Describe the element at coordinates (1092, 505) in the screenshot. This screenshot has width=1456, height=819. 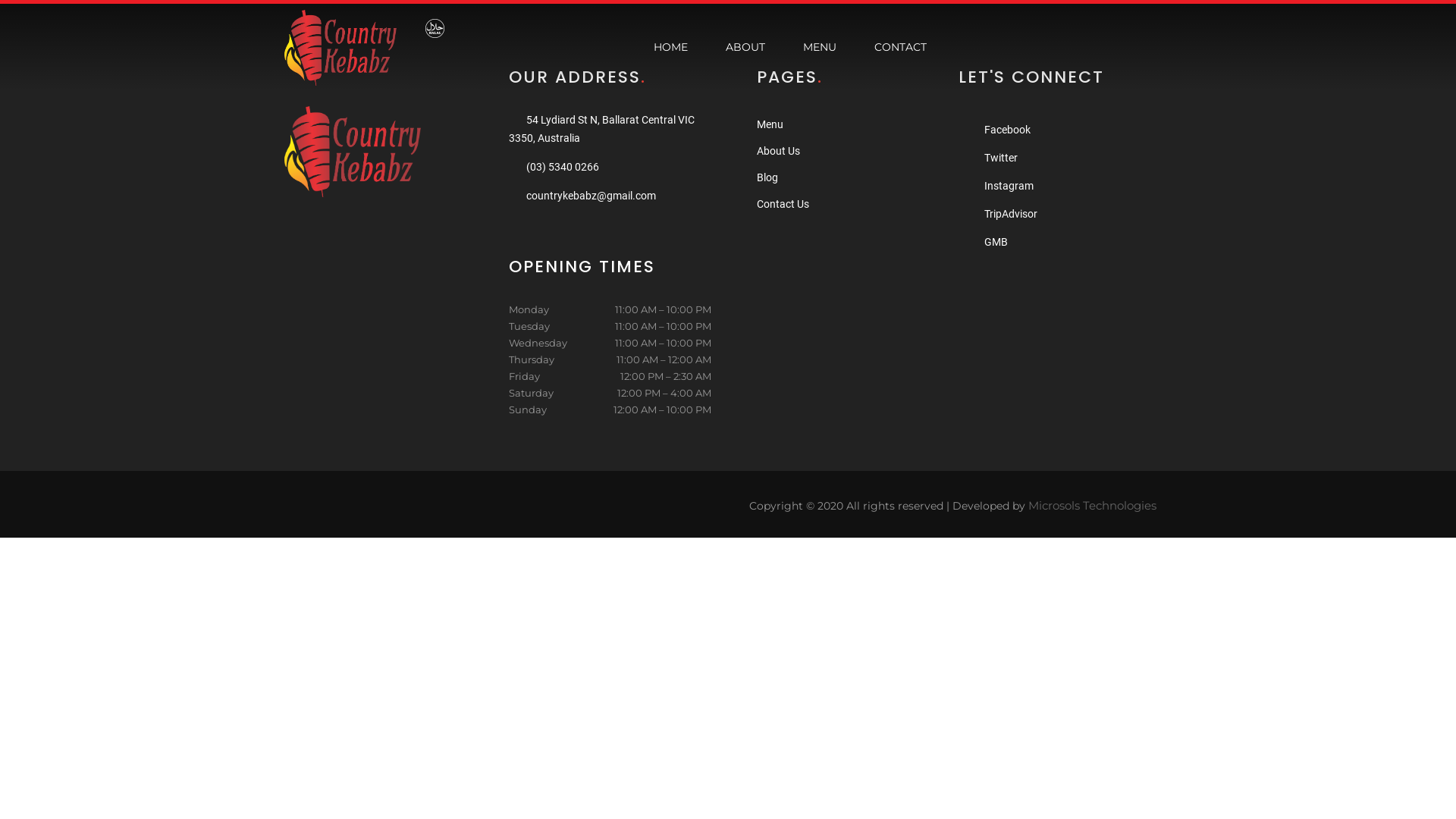
I see `'Microsols Technologies'` at that location.